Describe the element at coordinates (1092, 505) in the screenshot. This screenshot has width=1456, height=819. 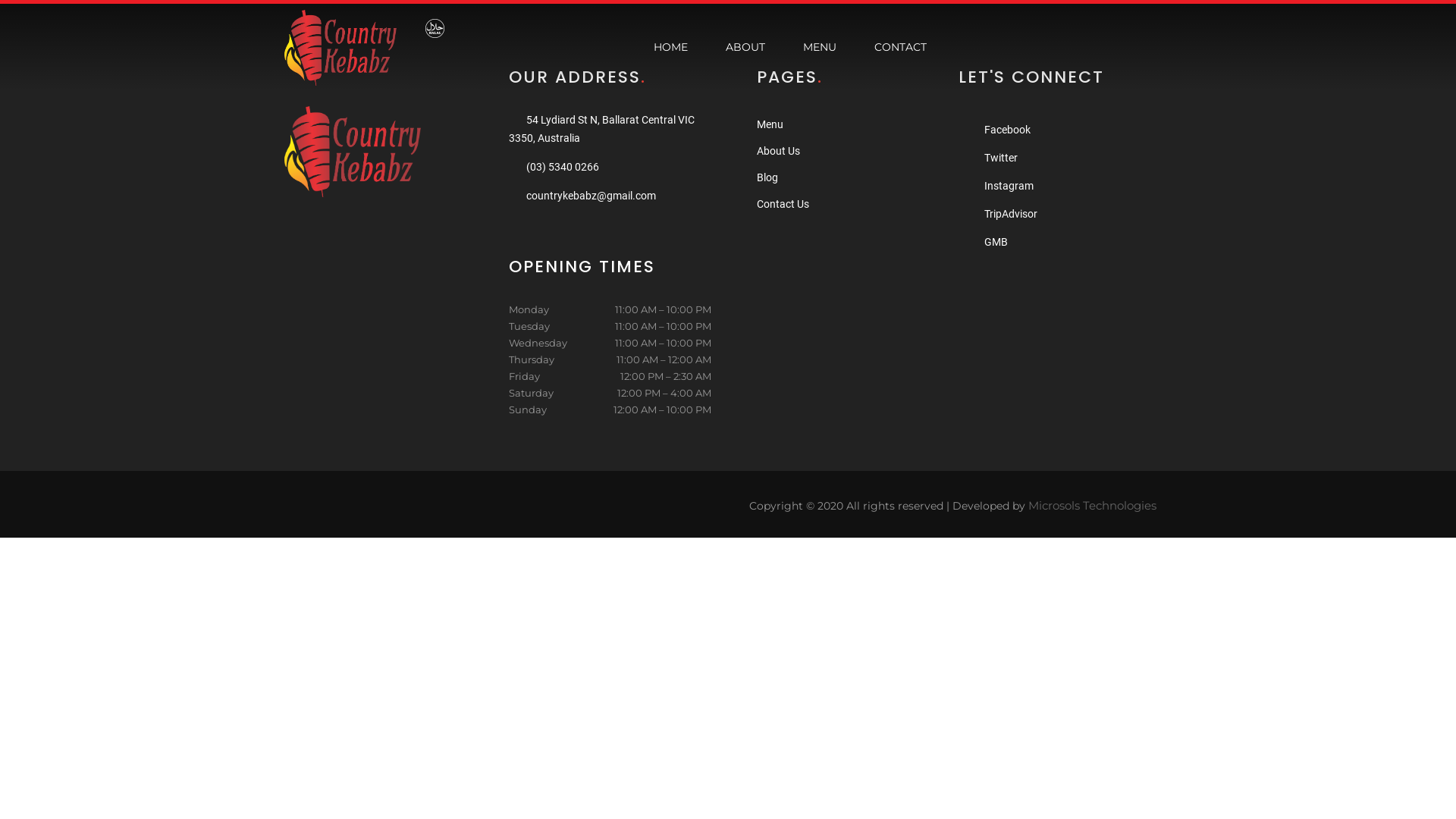
I see `'Microsols Technologies'` at that location.